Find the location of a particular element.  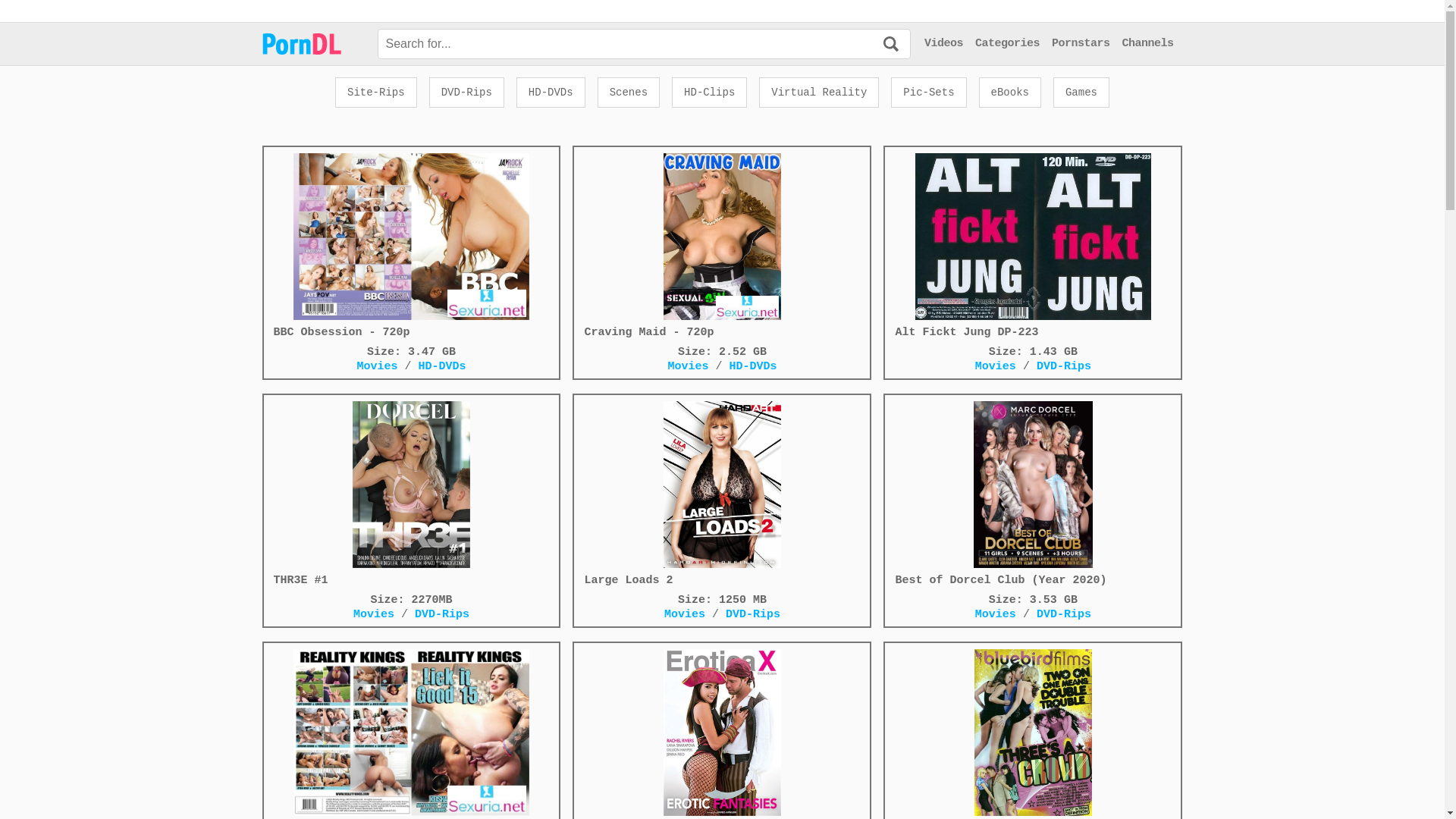

'THR3E #1' is located at coordinates (411, 494).